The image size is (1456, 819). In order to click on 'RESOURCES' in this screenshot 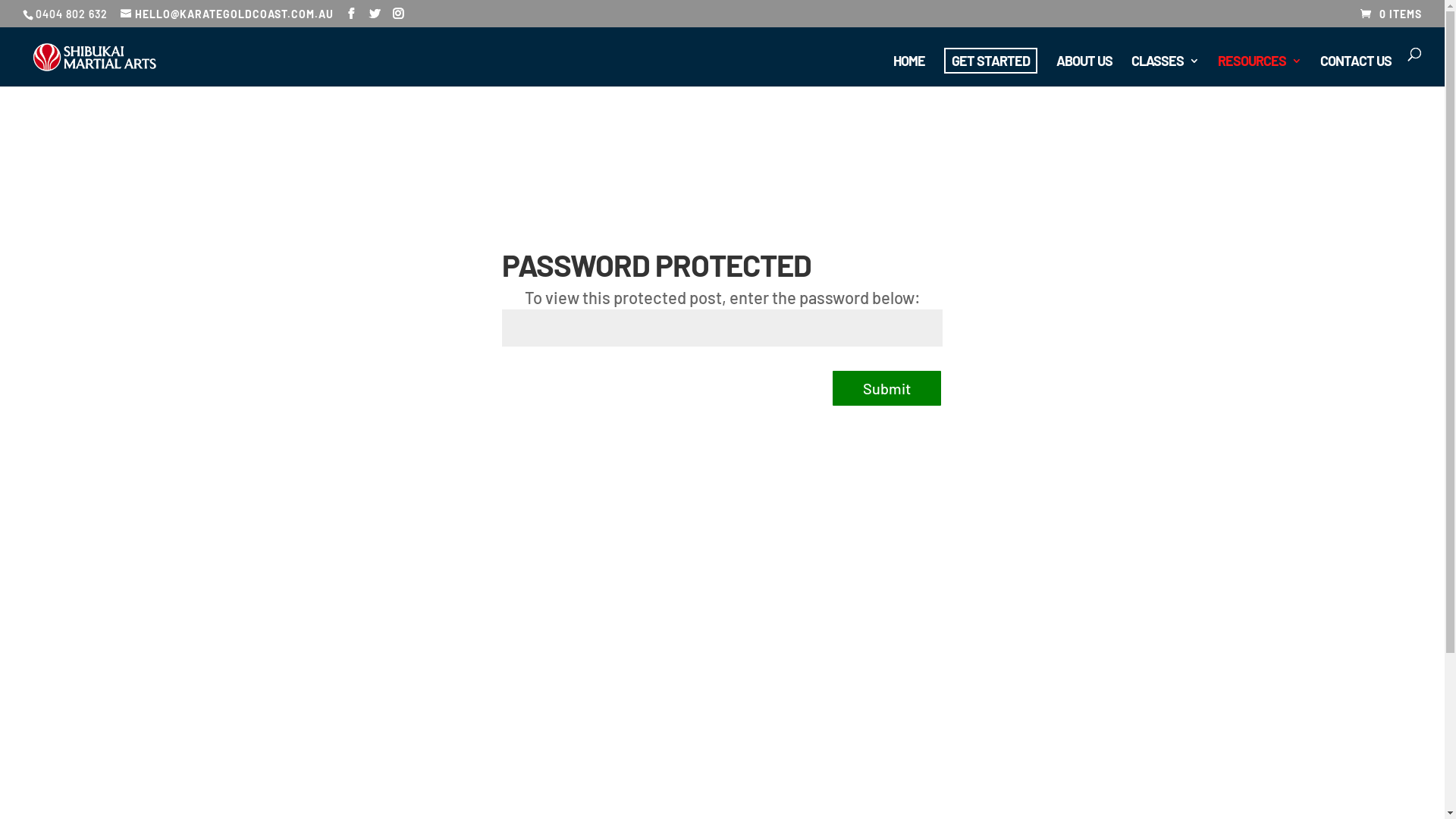, I will do `click(1259, 71)`.